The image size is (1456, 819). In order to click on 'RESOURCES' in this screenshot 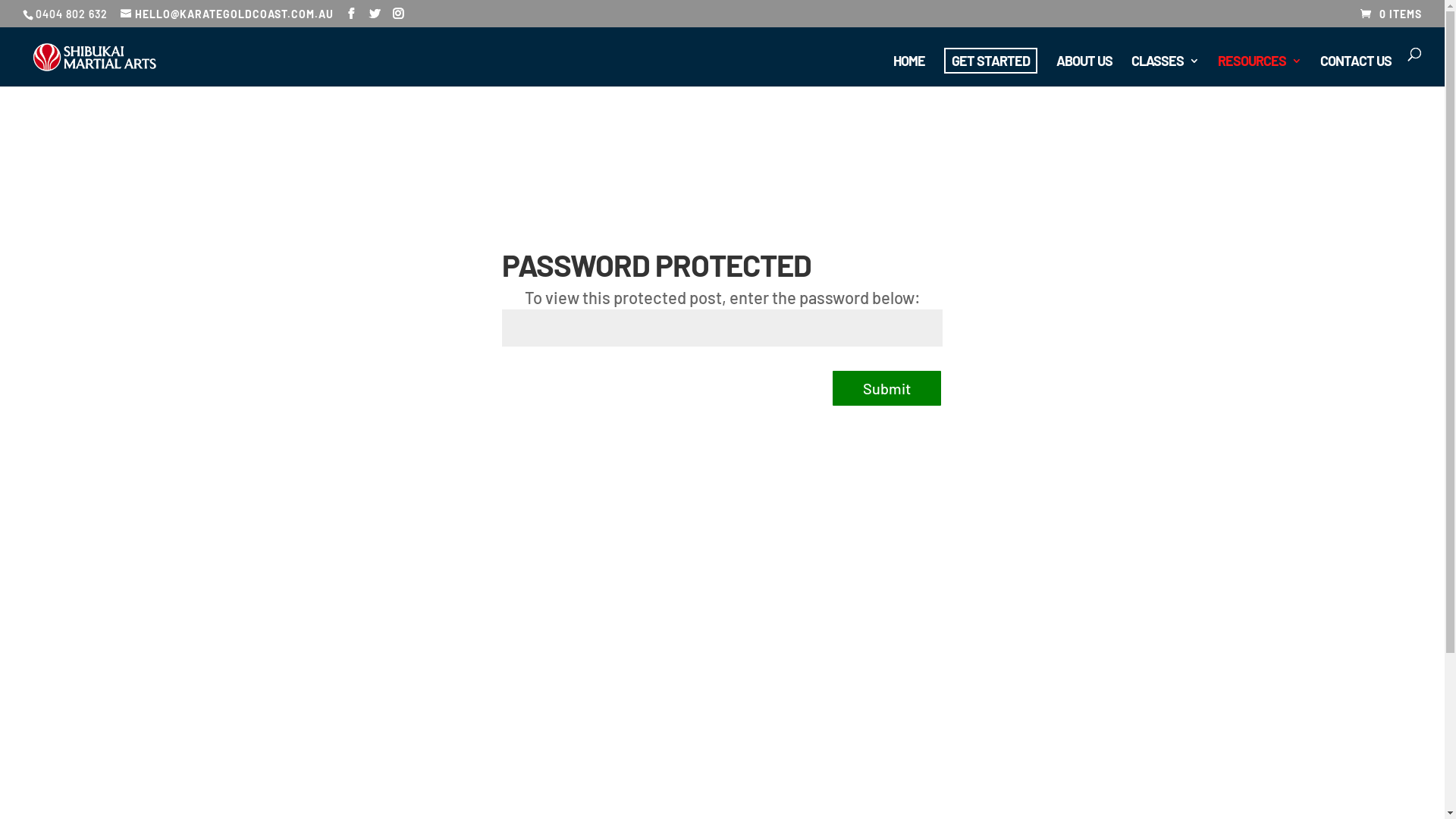, I will do `click(1259, 71)`.